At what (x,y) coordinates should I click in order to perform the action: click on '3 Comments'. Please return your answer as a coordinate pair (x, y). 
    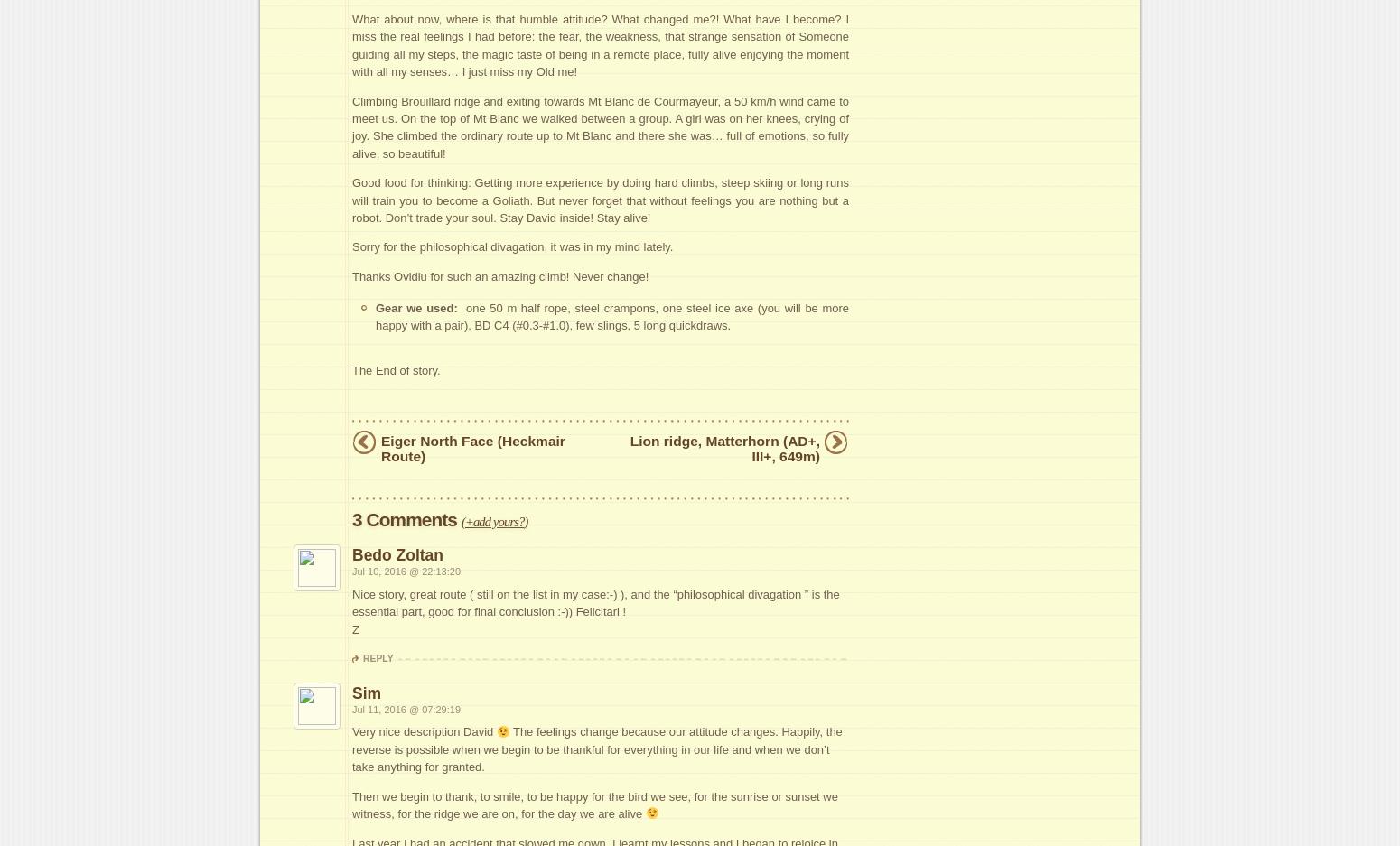
    Looking at the image, I should click on (406, 519).